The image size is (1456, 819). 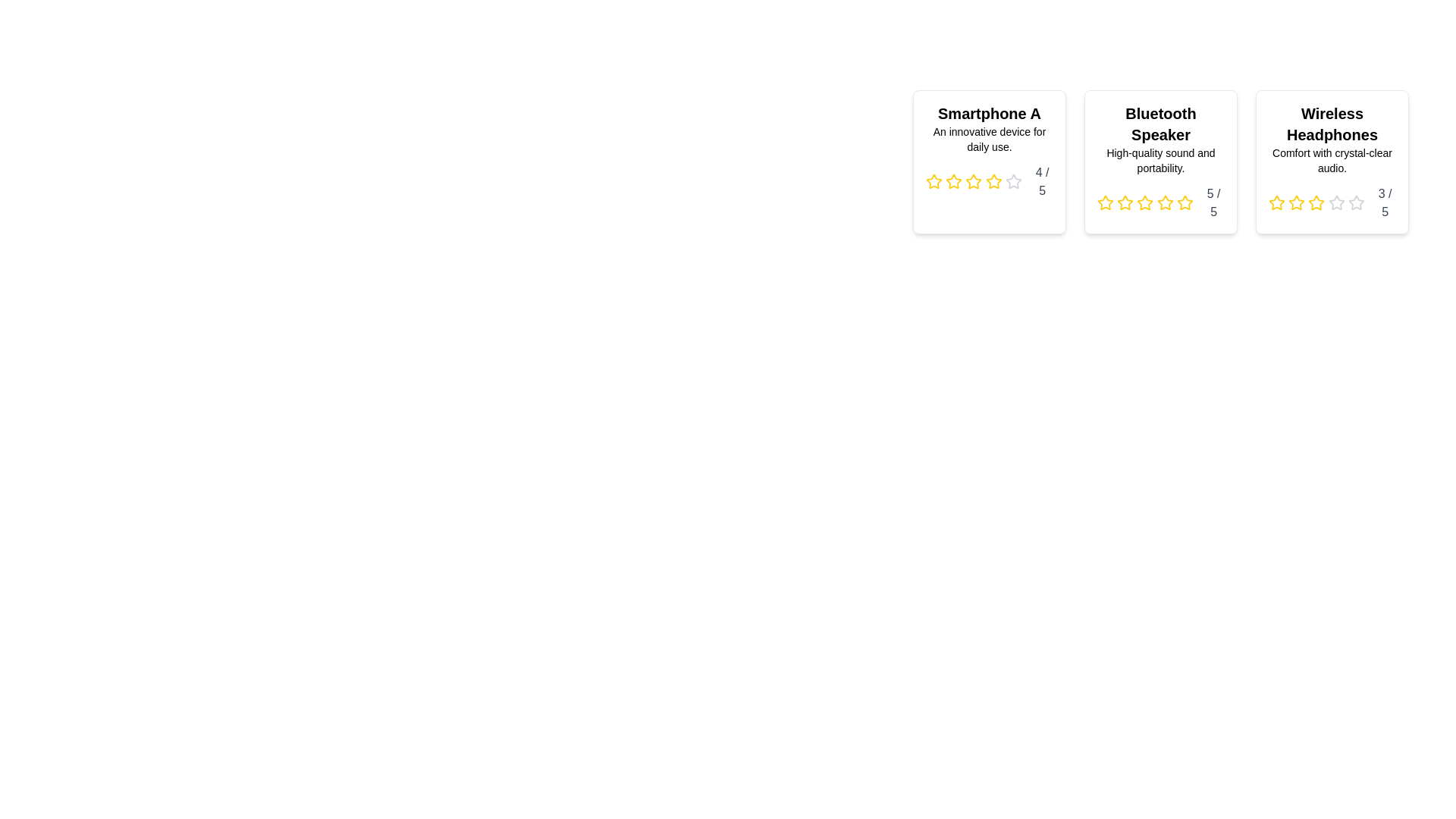 What do you see at coordinates (952, 180) in the screenshot?
I see `the star icon corresponding to 2 stars in the rating component` at bounding box center [952, 180].